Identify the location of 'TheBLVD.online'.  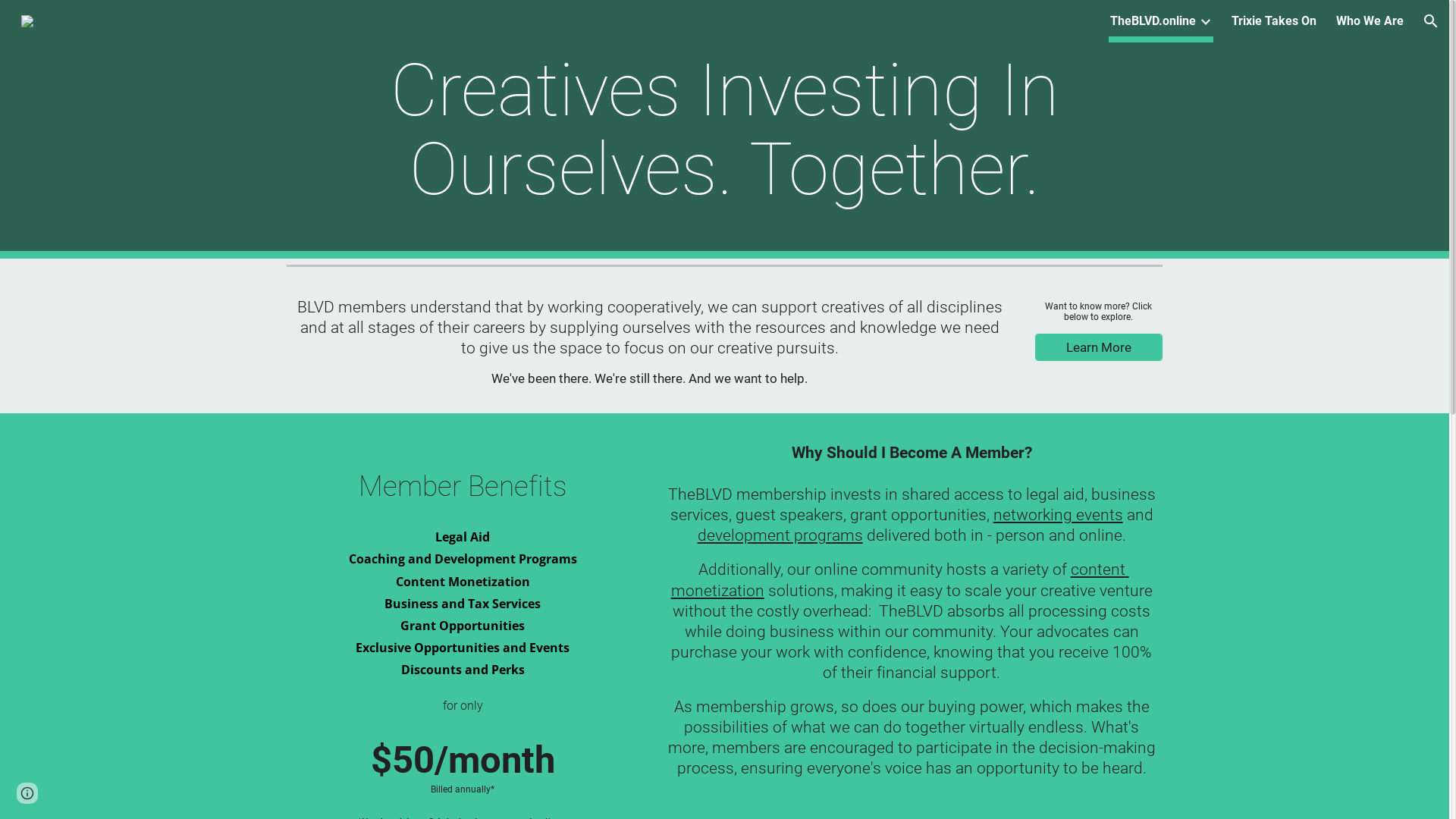
(1153, 20).